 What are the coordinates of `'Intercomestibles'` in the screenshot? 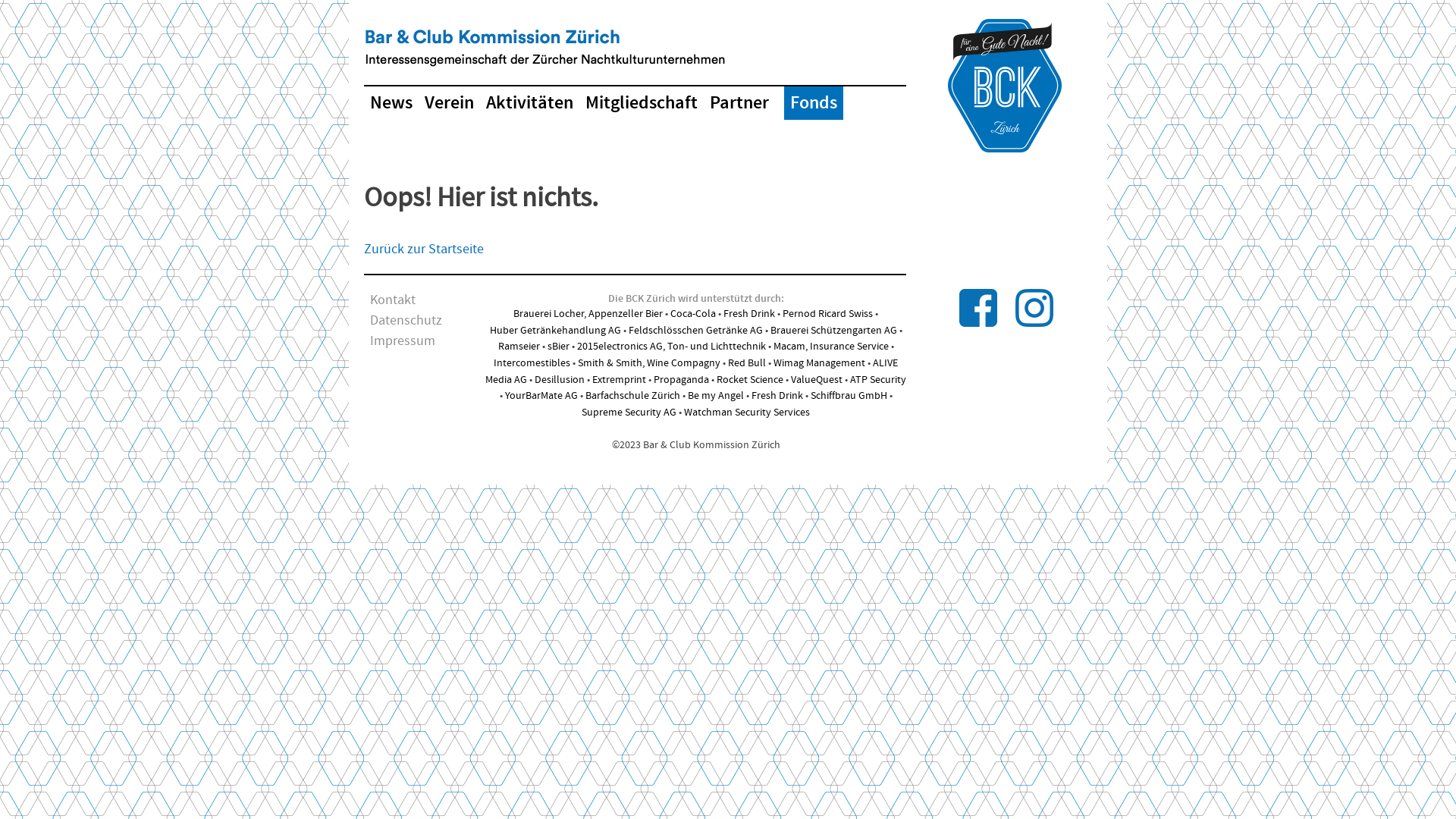 It's located at (532, 362).